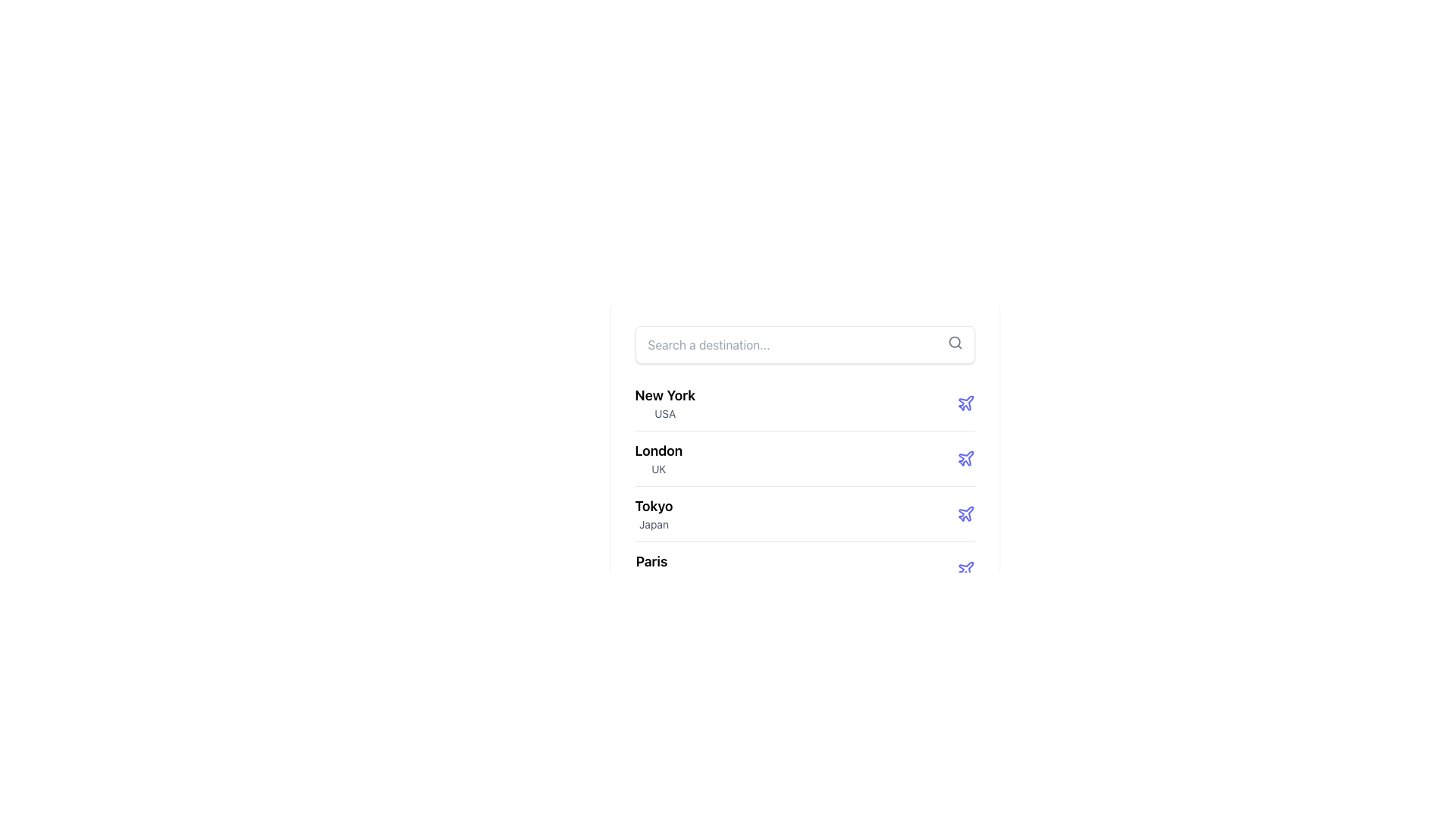 Image resolution: width=1456 pixels, height=819 pixels. I want to click on the fourth item in the location entry list, which is positioned below 'Tokyo' and above 'Sydney', so click(804, 569).